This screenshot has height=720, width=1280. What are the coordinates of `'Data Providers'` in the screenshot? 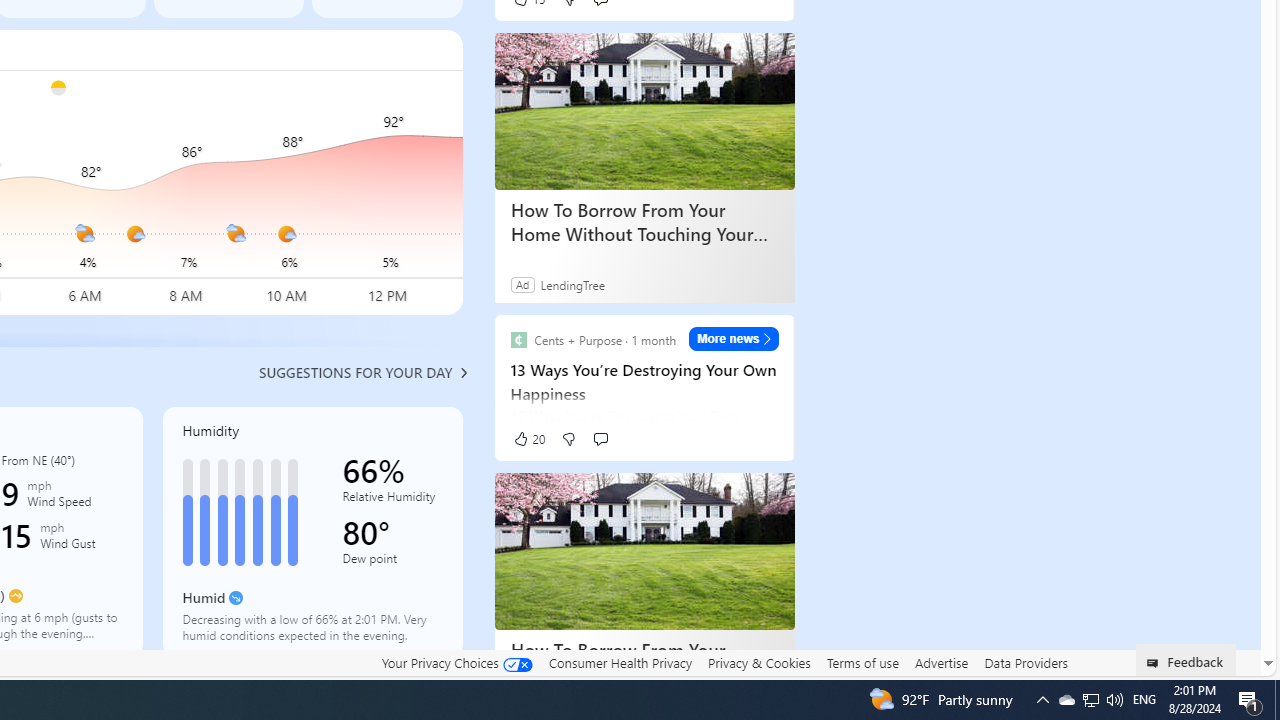 It's located at (1025, 662).